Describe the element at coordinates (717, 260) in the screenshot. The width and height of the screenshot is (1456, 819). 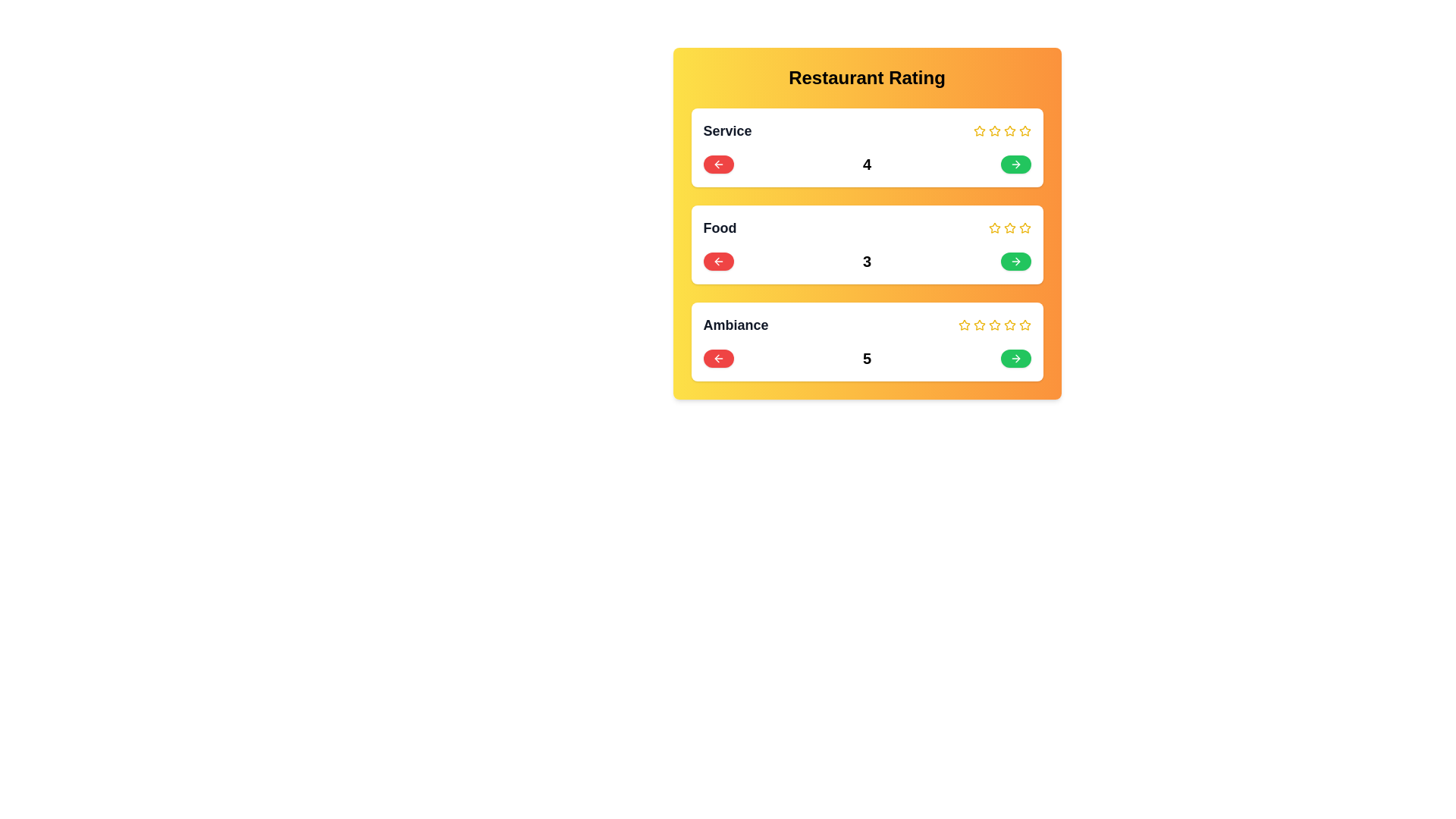
I see `the second button in the column that allows users to decrease the rating for the 'Food' category` at that location.